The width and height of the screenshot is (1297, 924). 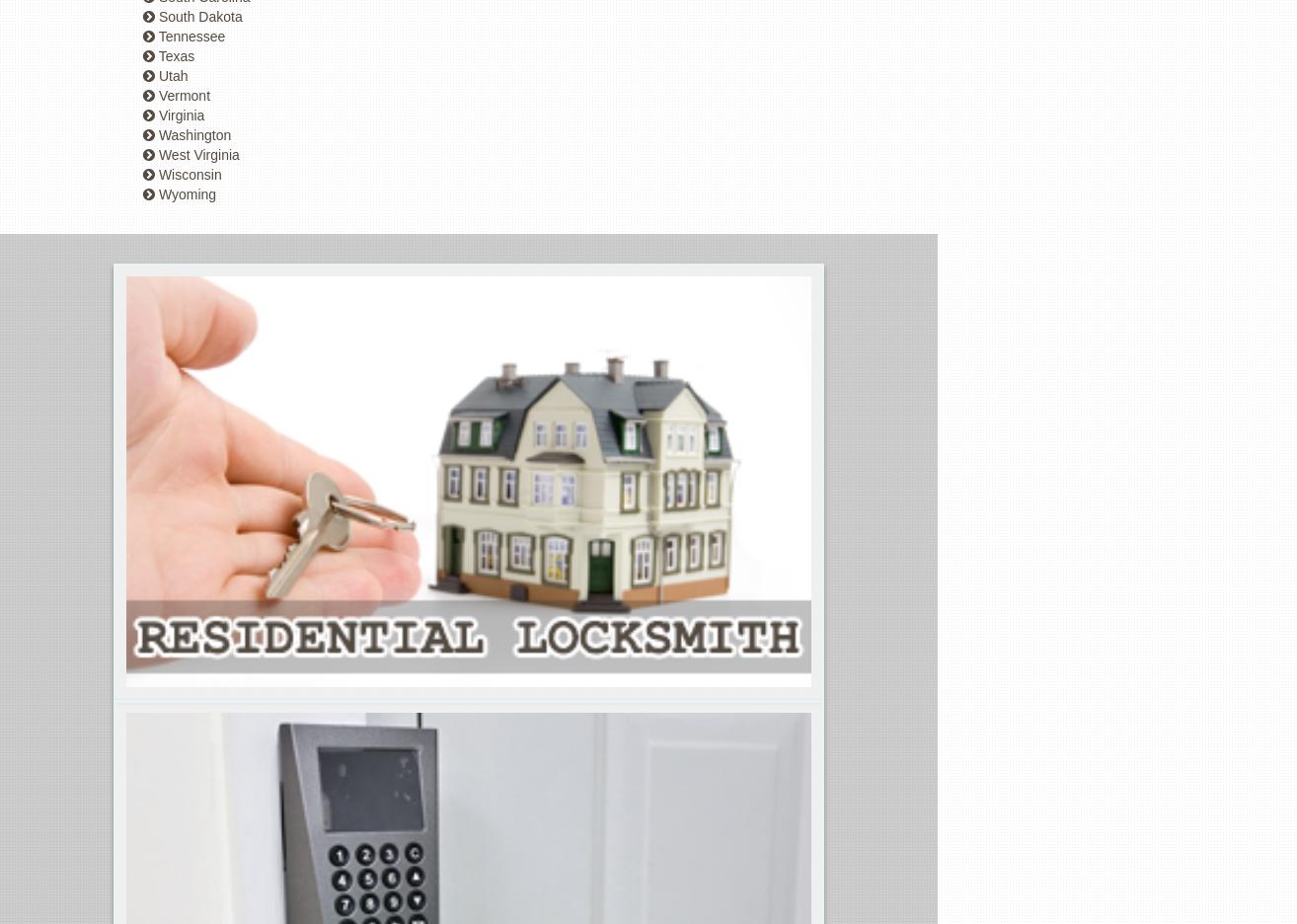 What do you see at coordinates (155, 76) in the screenshot?
I see `'Utah'` at bounding box center [155, 76].